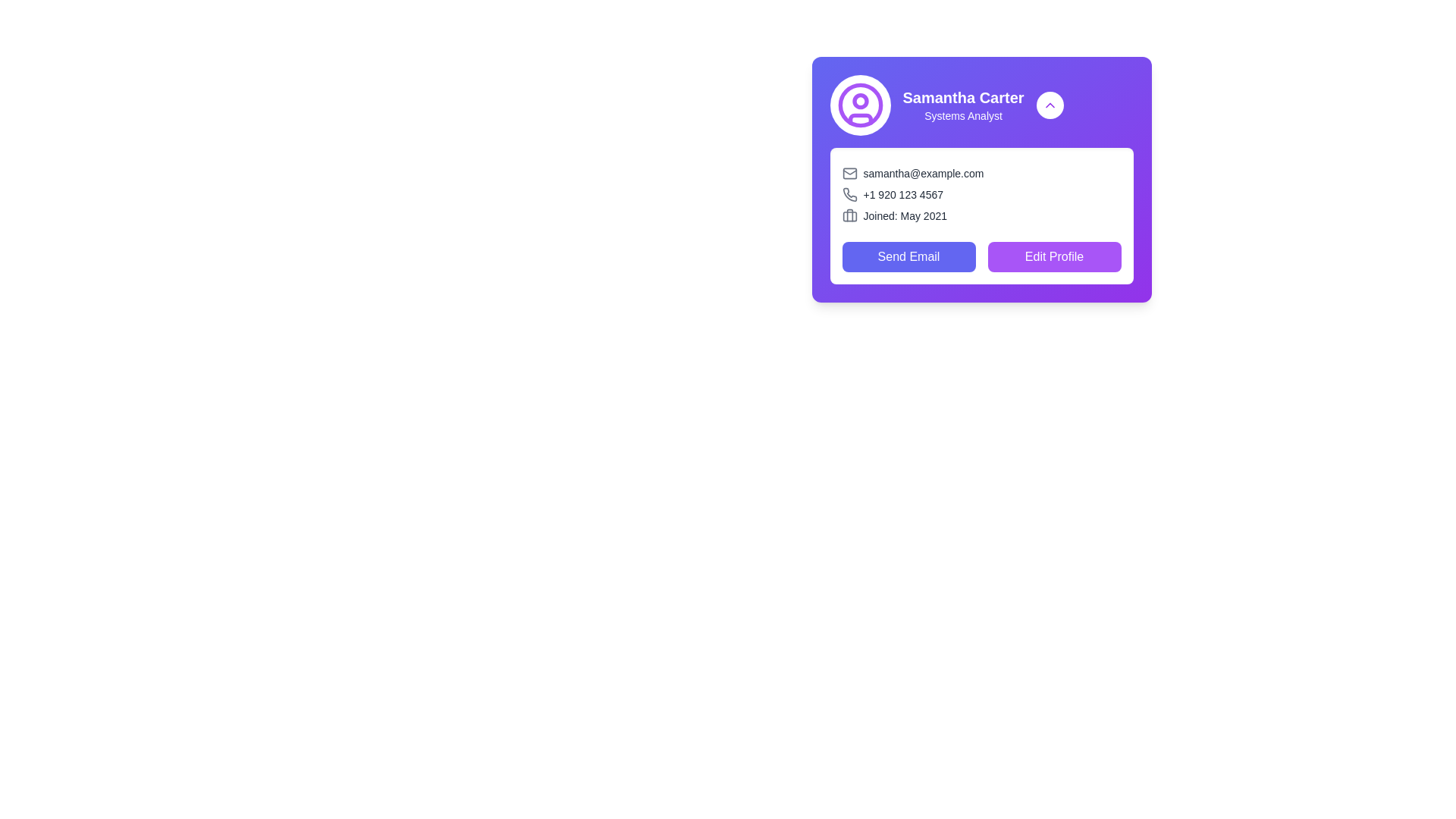  What do you see at coordinates (1049, 104) in the screenshot?
I see `the circular button with a white background and purple border located in the top-right corner of the profile card for 'Samantha Carter'` at bounding box center [1049, 104].